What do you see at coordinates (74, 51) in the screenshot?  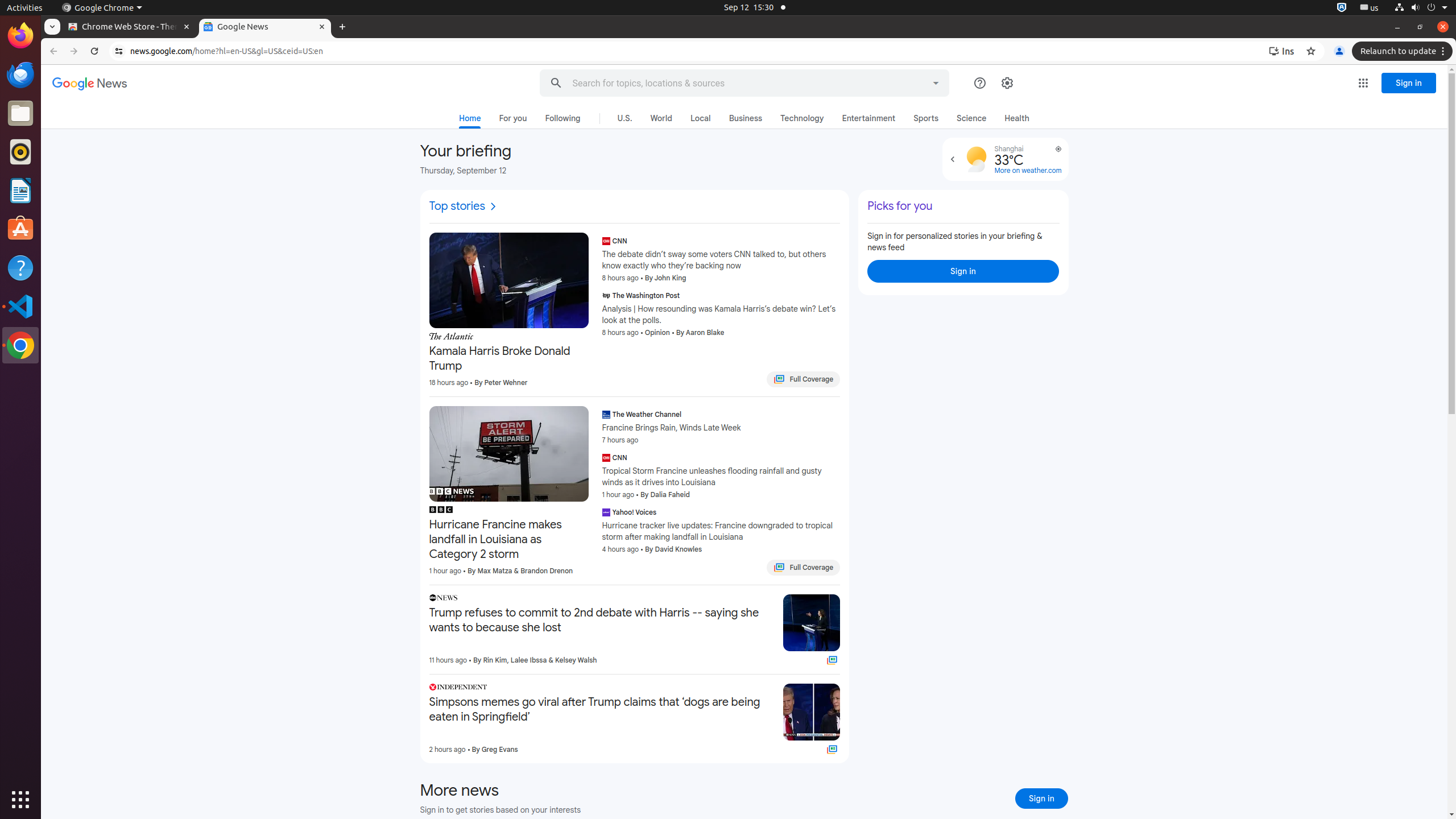 I see `'Forward'` at bounding box center [74, 51].